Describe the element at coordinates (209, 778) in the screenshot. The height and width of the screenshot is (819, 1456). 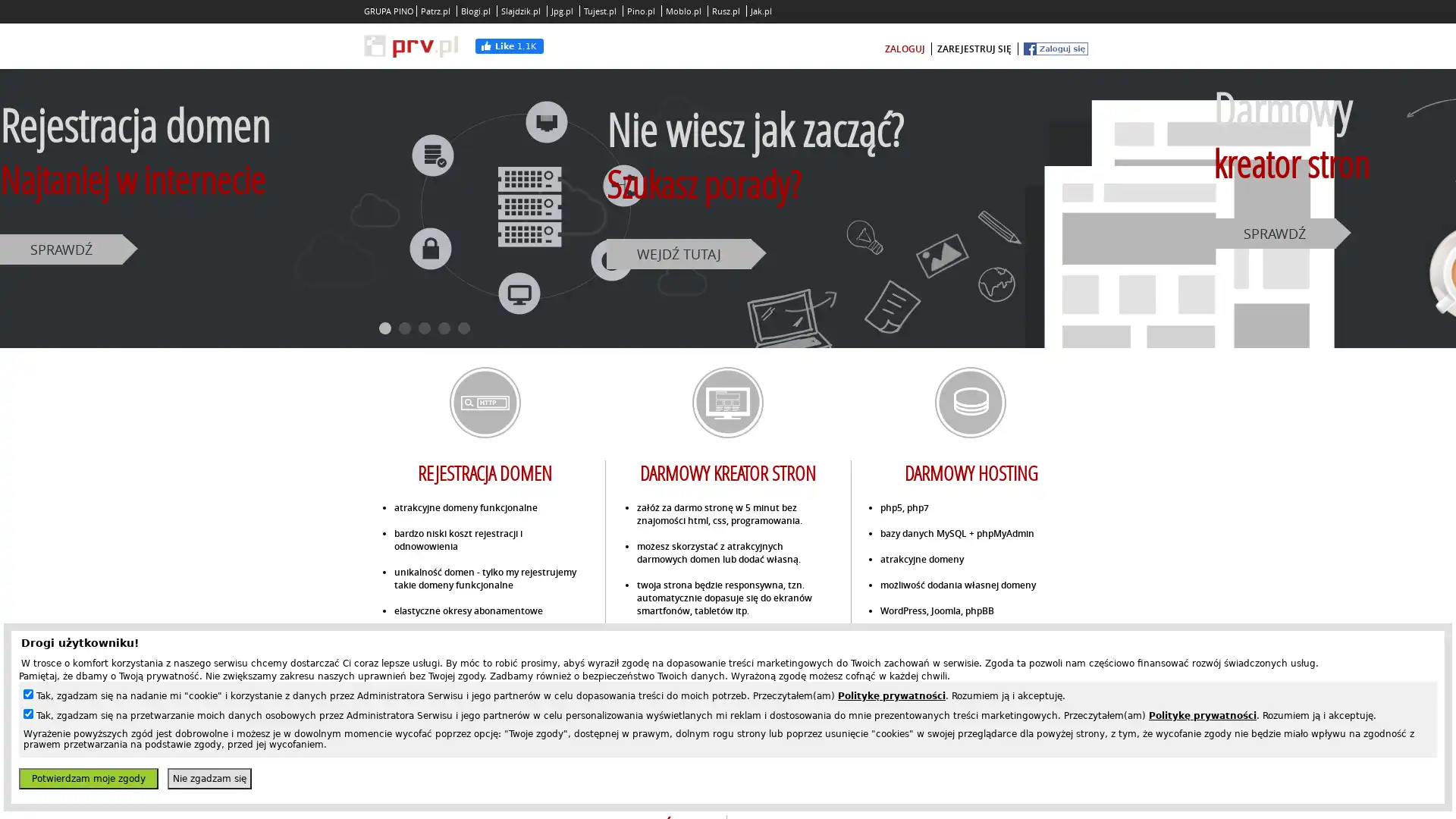
I see `Nie zgadzam sie` at that location.